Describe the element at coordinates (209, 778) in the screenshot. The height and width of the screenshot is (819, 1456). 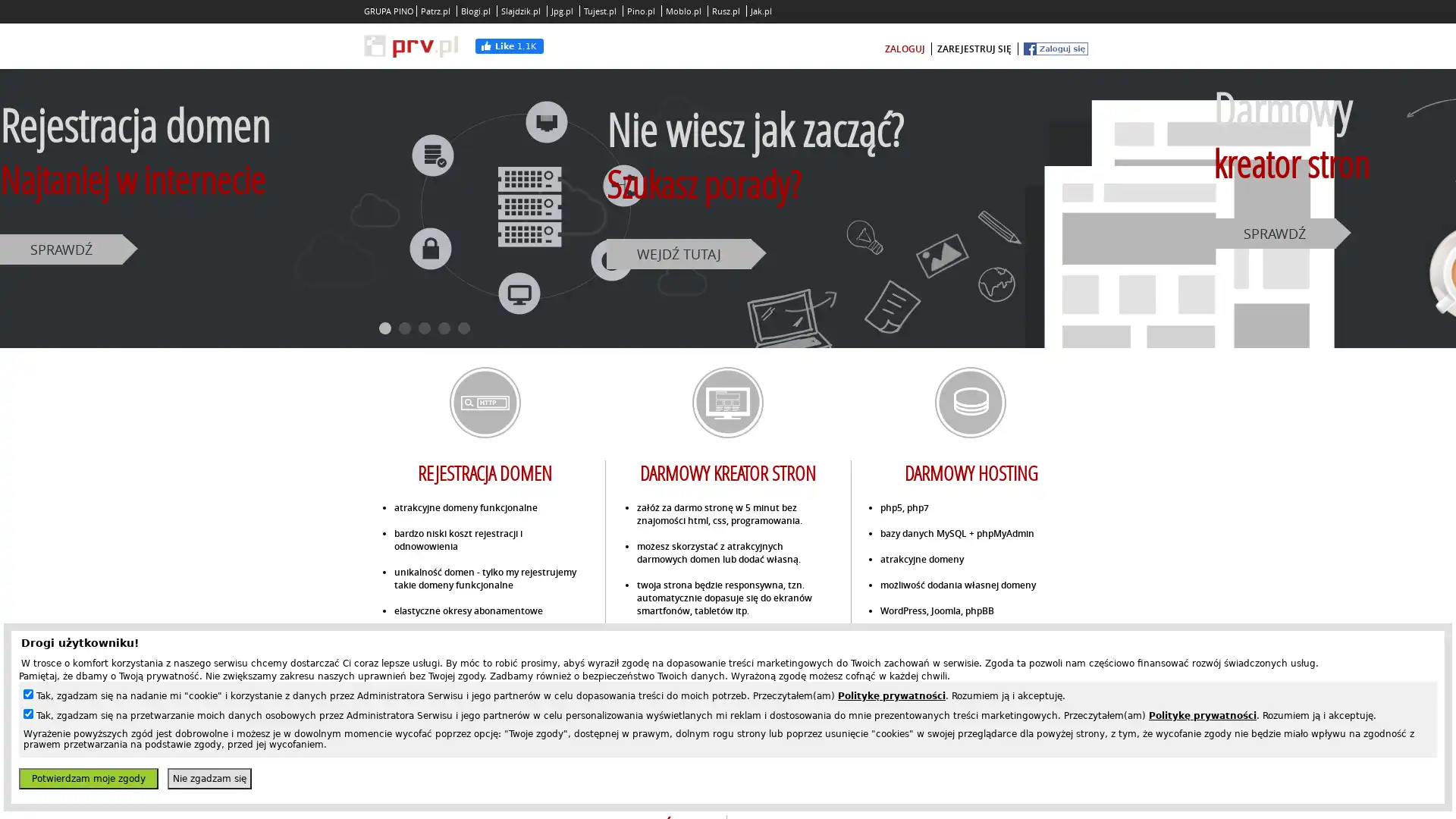
I see `Nie zgadzam sie` at that location.